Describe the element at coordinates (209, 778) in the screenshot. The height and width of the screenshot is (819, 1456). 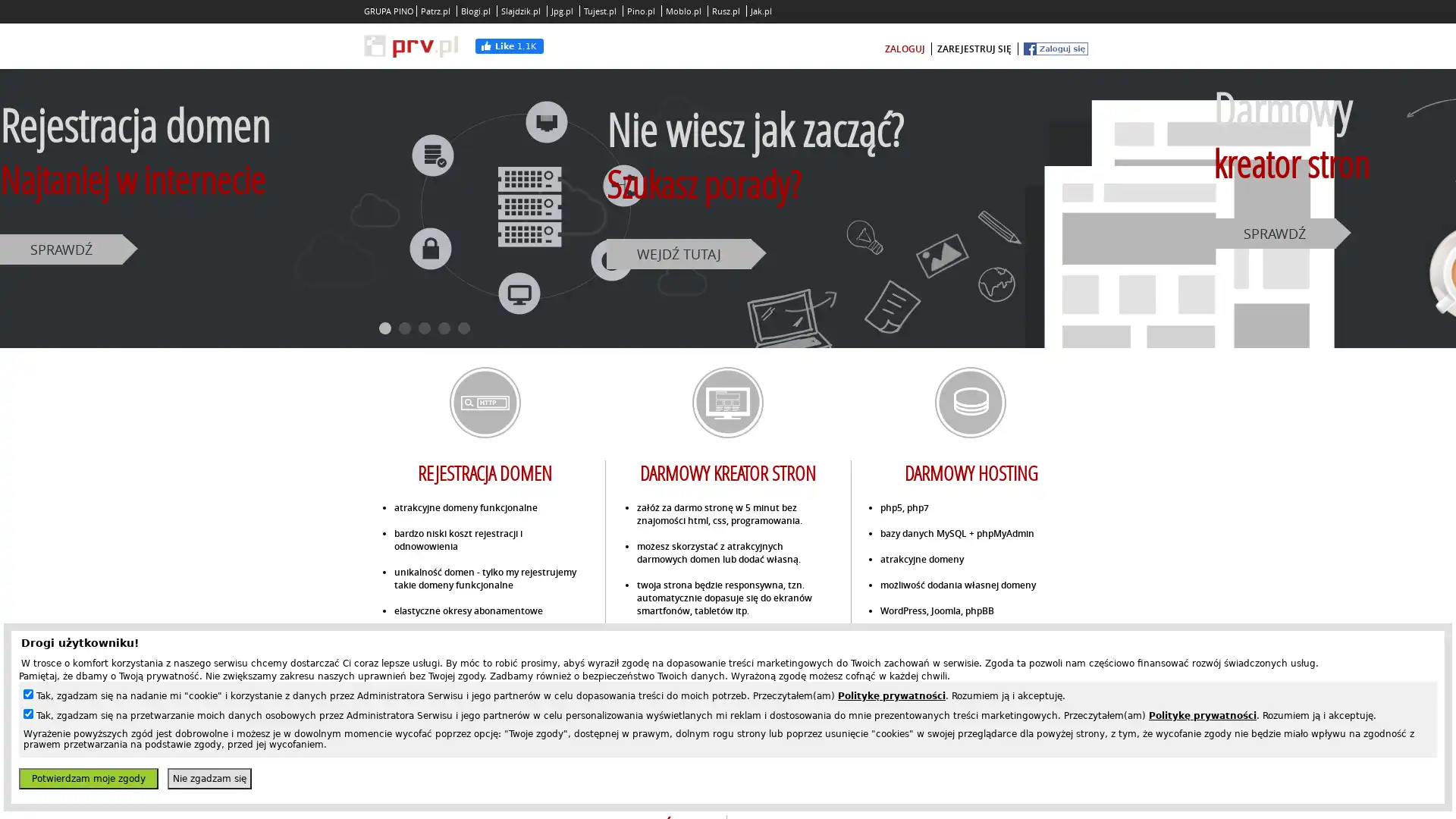
I see `Nie zgadzam sie` at that location.